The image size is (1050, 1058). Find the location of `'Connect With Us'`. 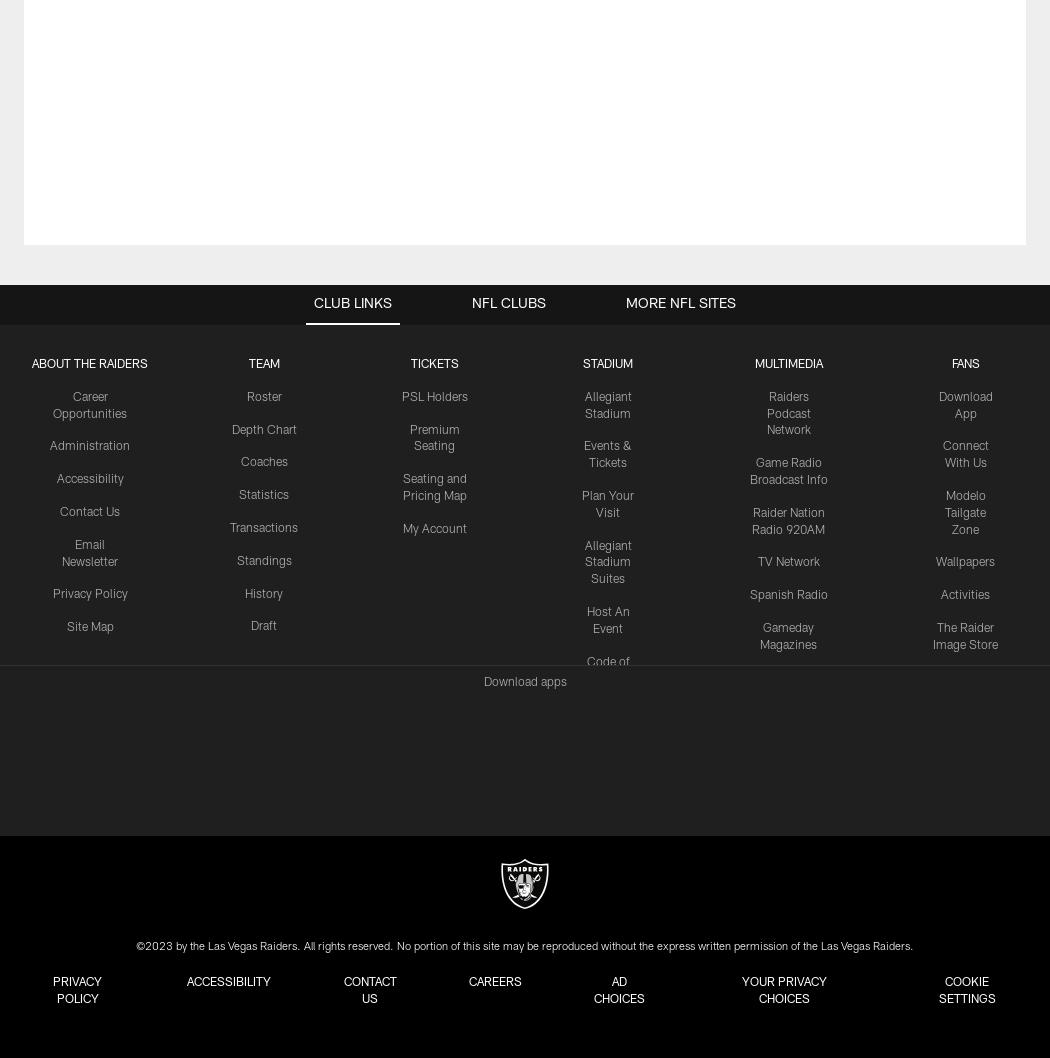

'Connect With Us' is located at coordinates (940, 454).